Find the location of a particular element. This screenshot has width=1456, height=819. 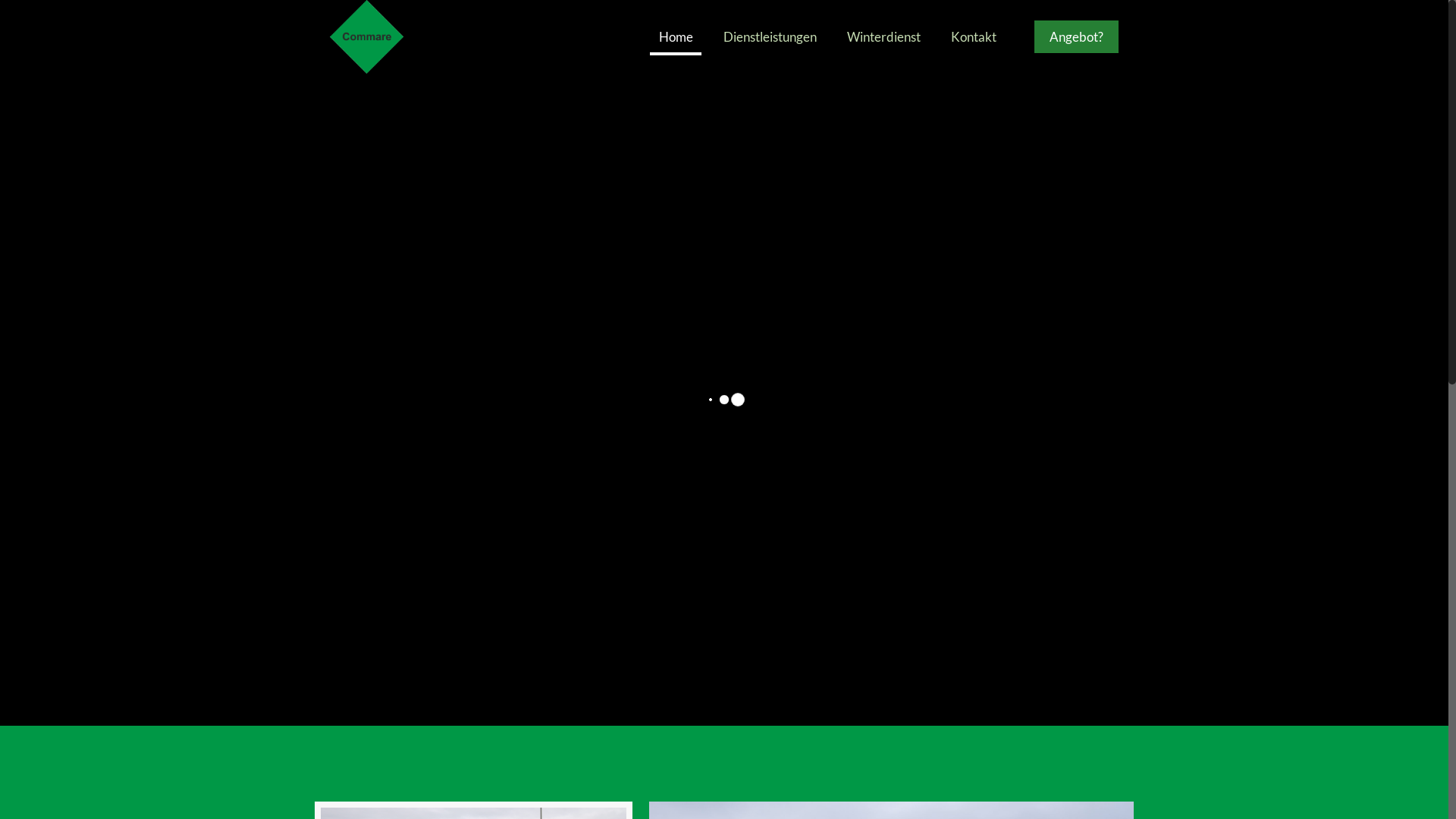

'Kontakt' is located at coordinates (934, 36).